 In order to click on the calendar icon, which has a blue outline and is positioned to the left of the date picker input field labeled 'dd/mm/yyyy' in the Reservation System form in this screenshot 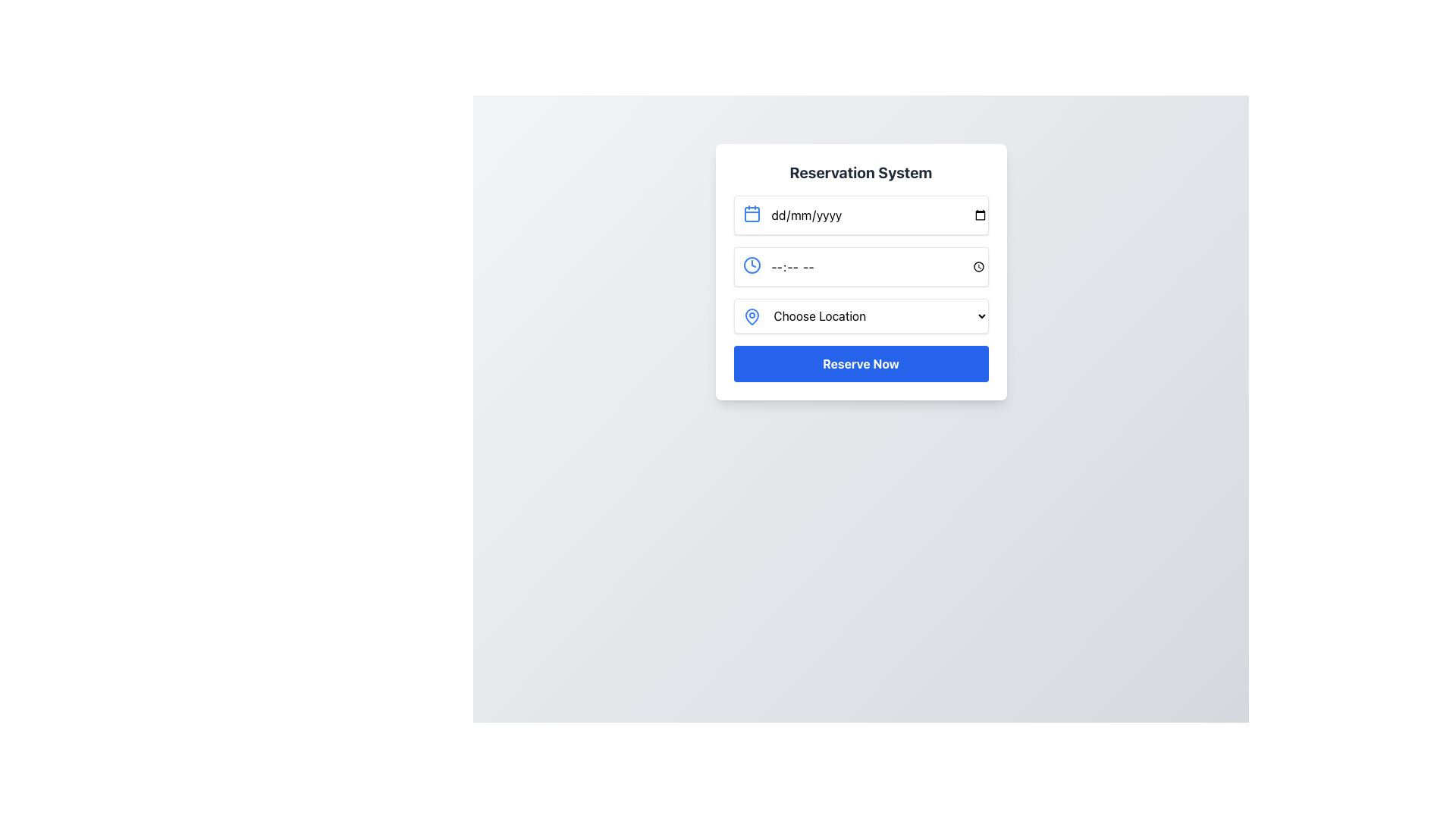, I will do `click(752, 213)`.